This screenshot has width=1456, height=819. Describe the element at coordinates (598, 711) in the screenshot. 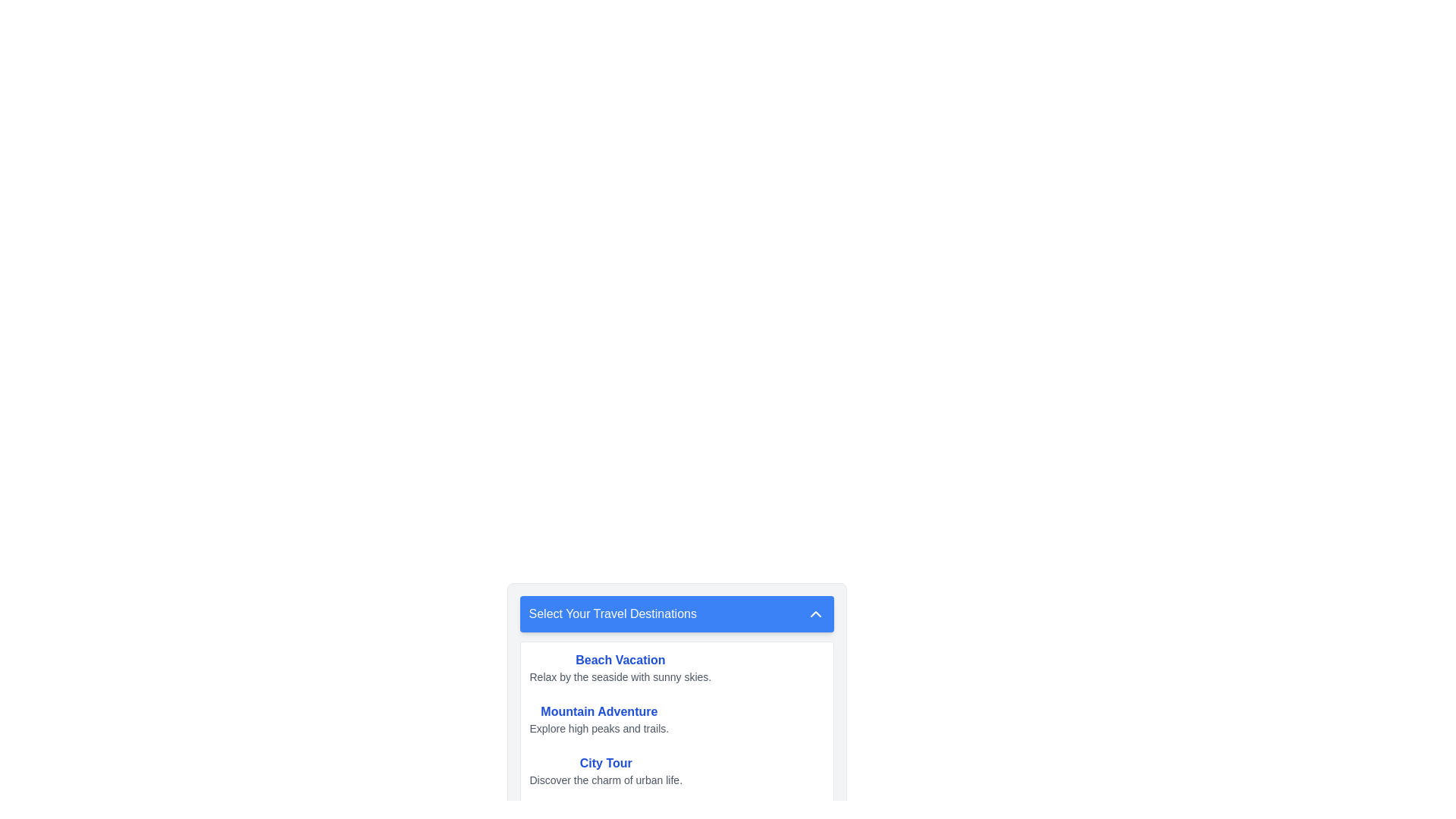

I see `the 'Mountain Adventure' label` at that location.